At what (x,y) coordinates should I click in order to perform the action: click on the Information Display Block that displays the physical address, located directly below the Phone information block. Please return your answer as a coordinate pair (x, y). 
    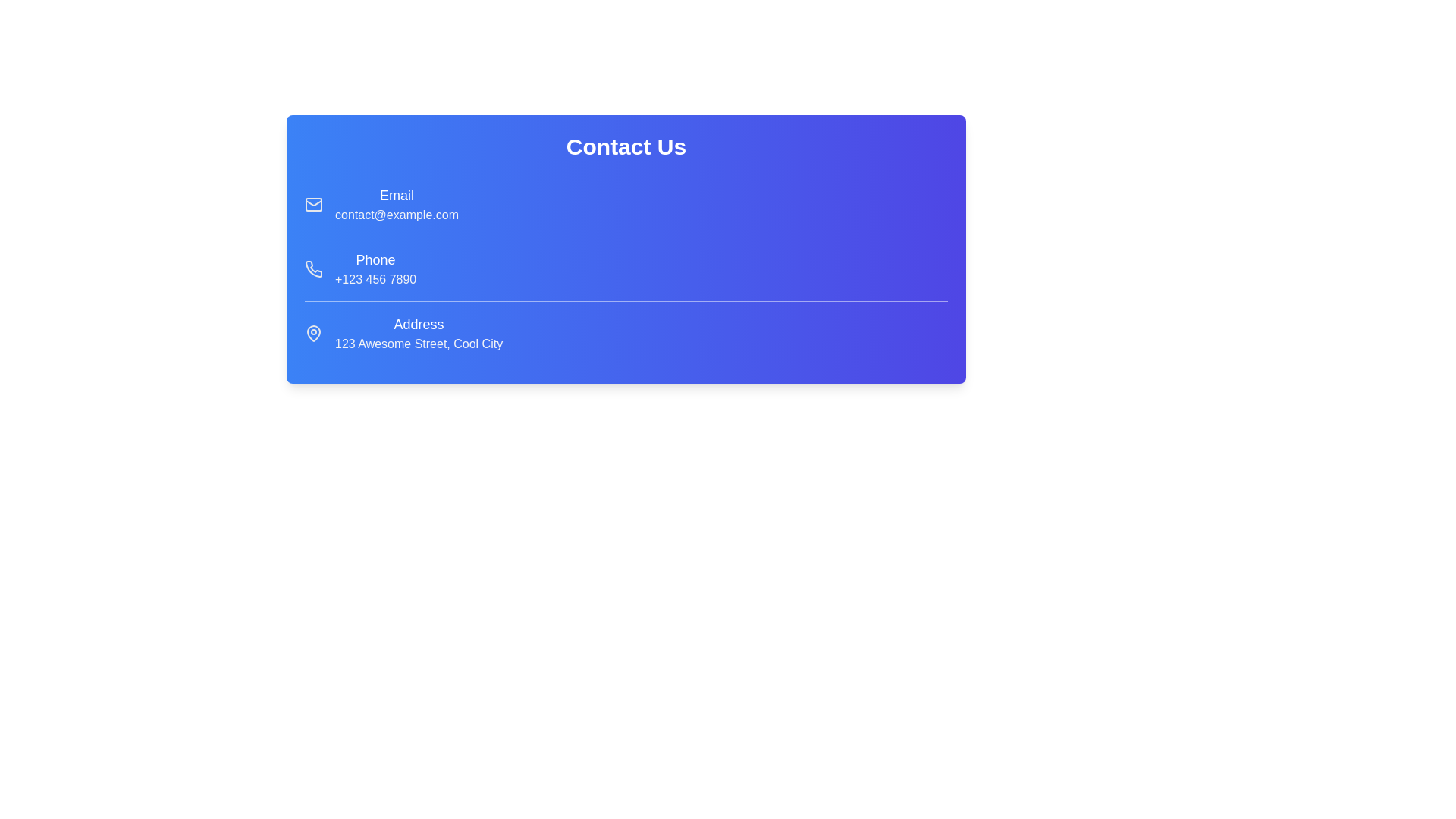
    Looking at the image, I should click on (626, 332).